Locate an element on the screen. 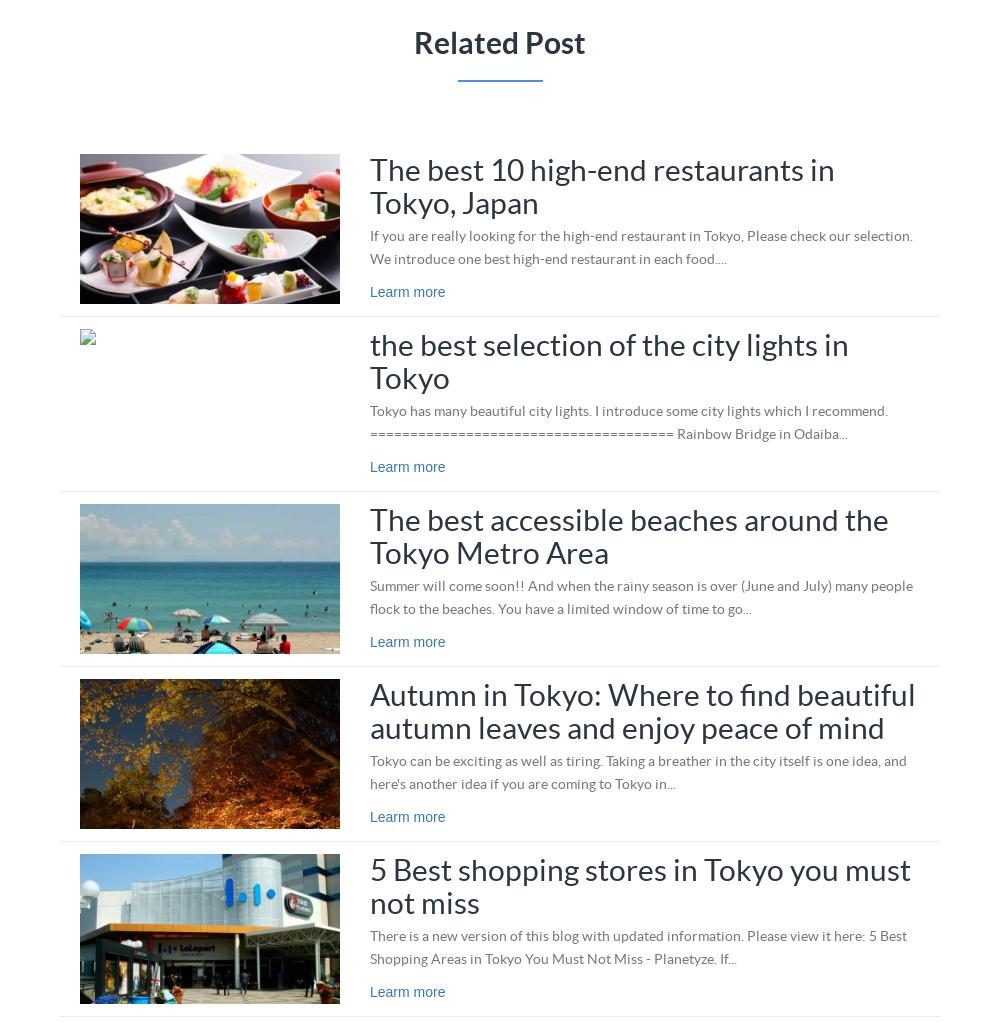  'Related Post' is located at coordinates (414, 41).